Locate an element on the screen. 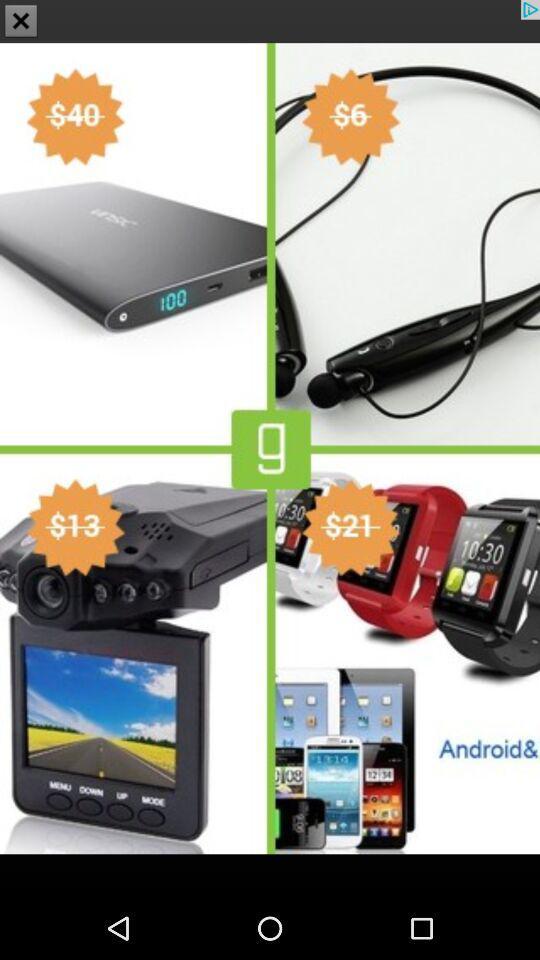 The image size is (540, 960). the close icon is located at coordinates (20, 21).